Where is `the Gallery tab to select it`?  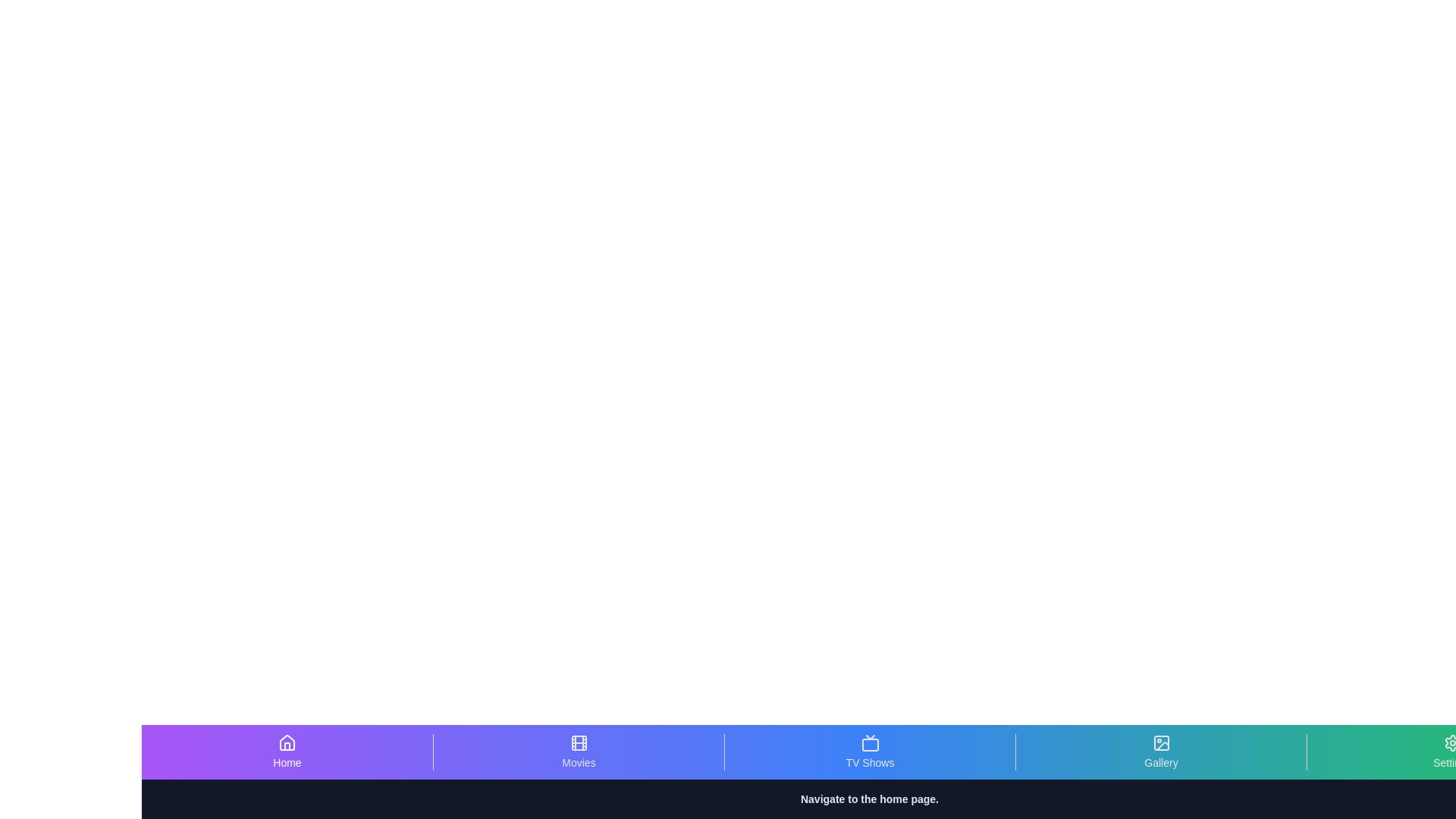 the Gallery tab to select it is located at coordinates (1160, 752).